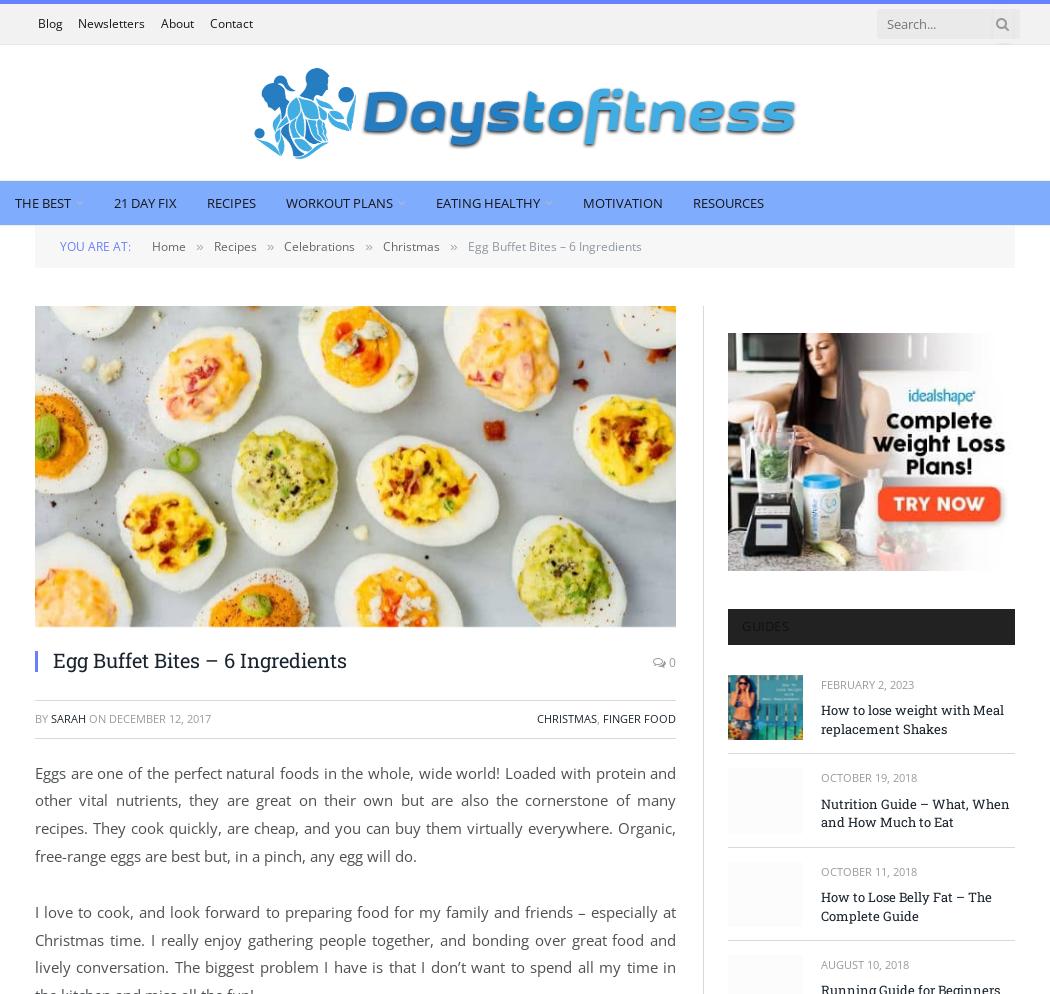 The image size is (1050, 994). What do you see at coordinates (99, 718) in the screenshot?
I see `'on'` at bounding box center [99, 718].